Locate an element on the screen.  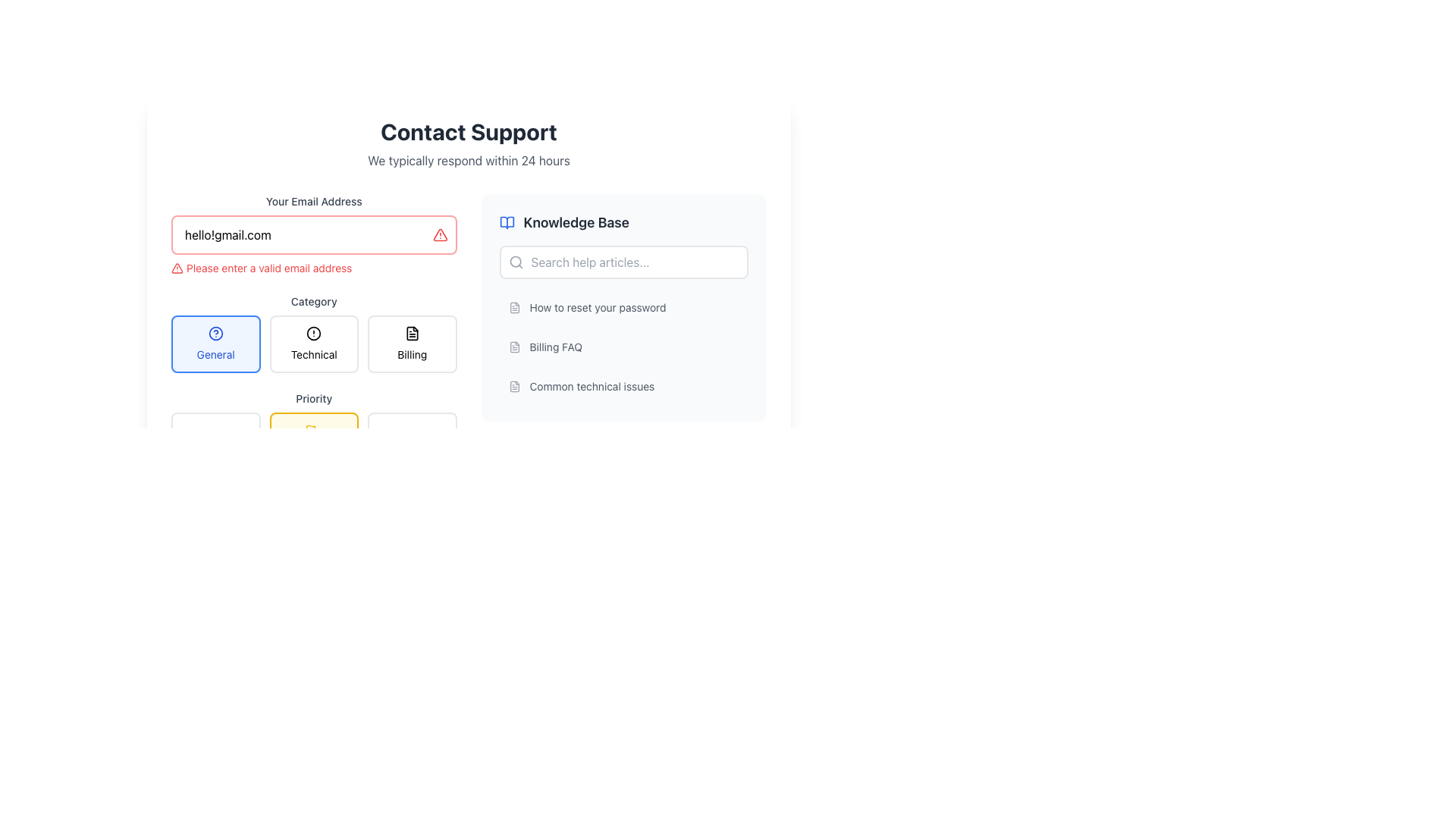
the 'Contact Support' header text element, which is bold and large with a dark gray font, located at the top section of the page is located at coordinates (468, 130).